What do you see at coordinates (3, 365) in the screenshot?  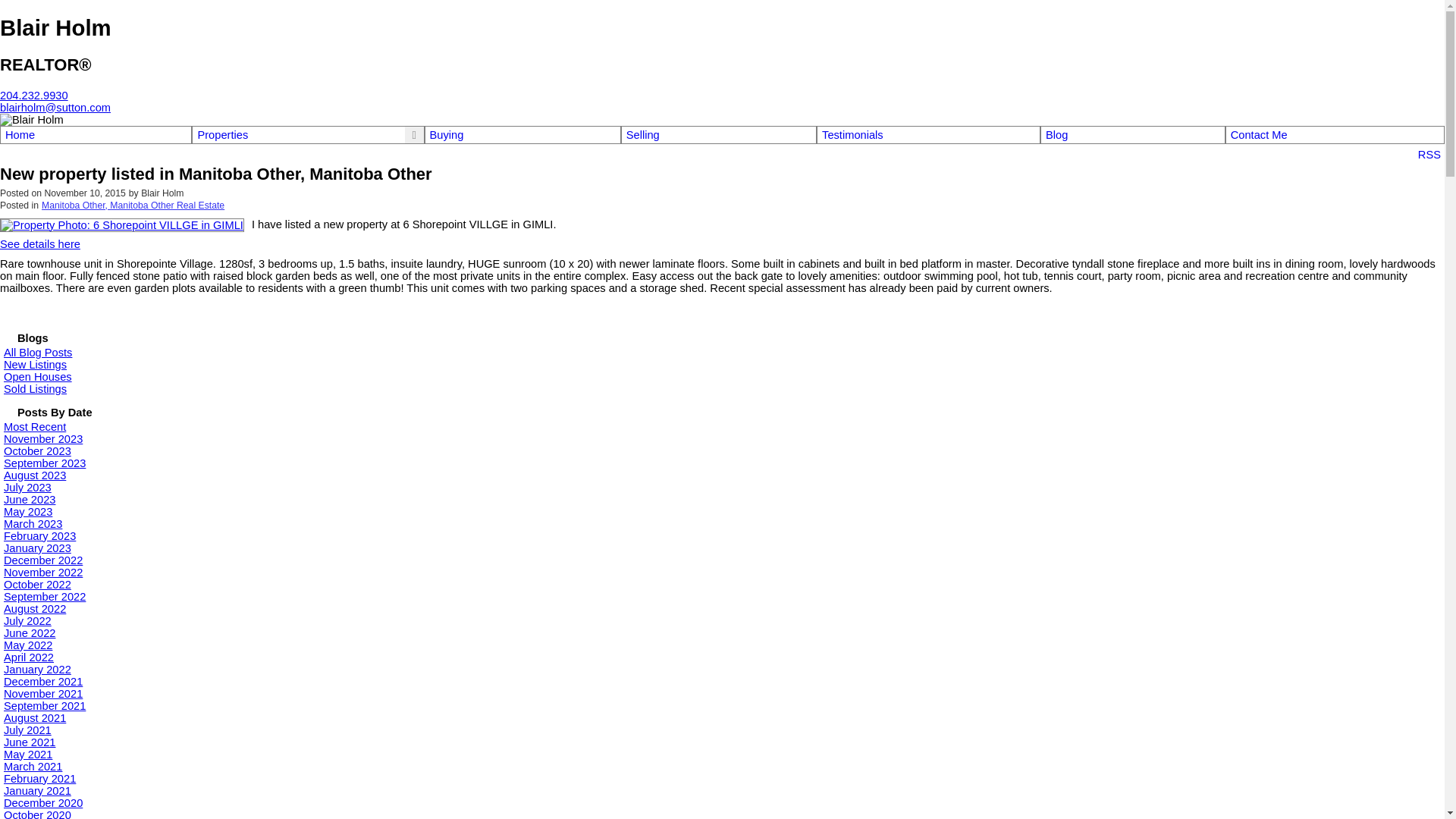 I see `'New Listings'` at bounding box center [3, 365].